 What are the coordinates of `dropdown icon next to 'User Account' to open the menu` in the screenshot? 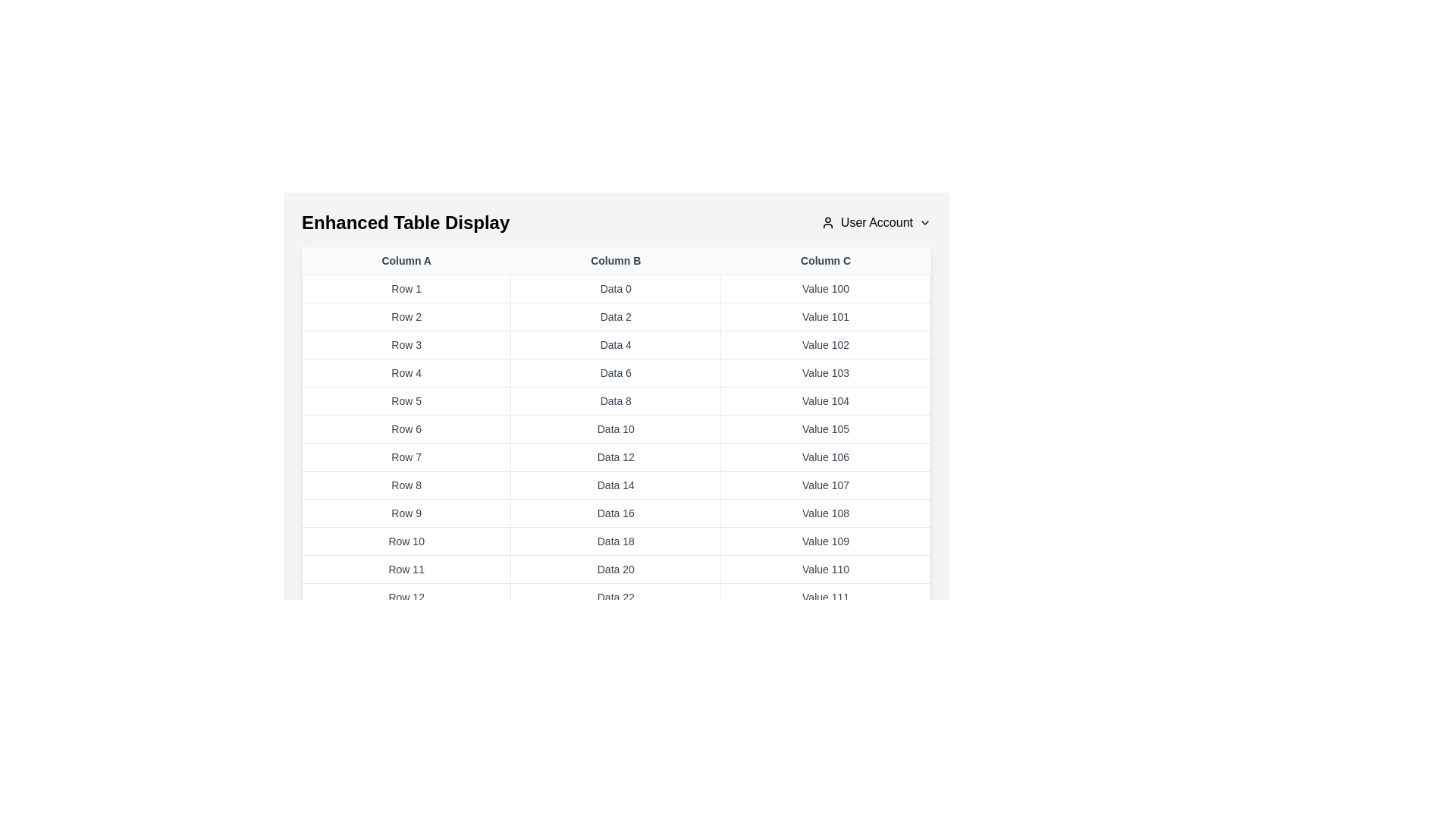 It's located at (924, 222).